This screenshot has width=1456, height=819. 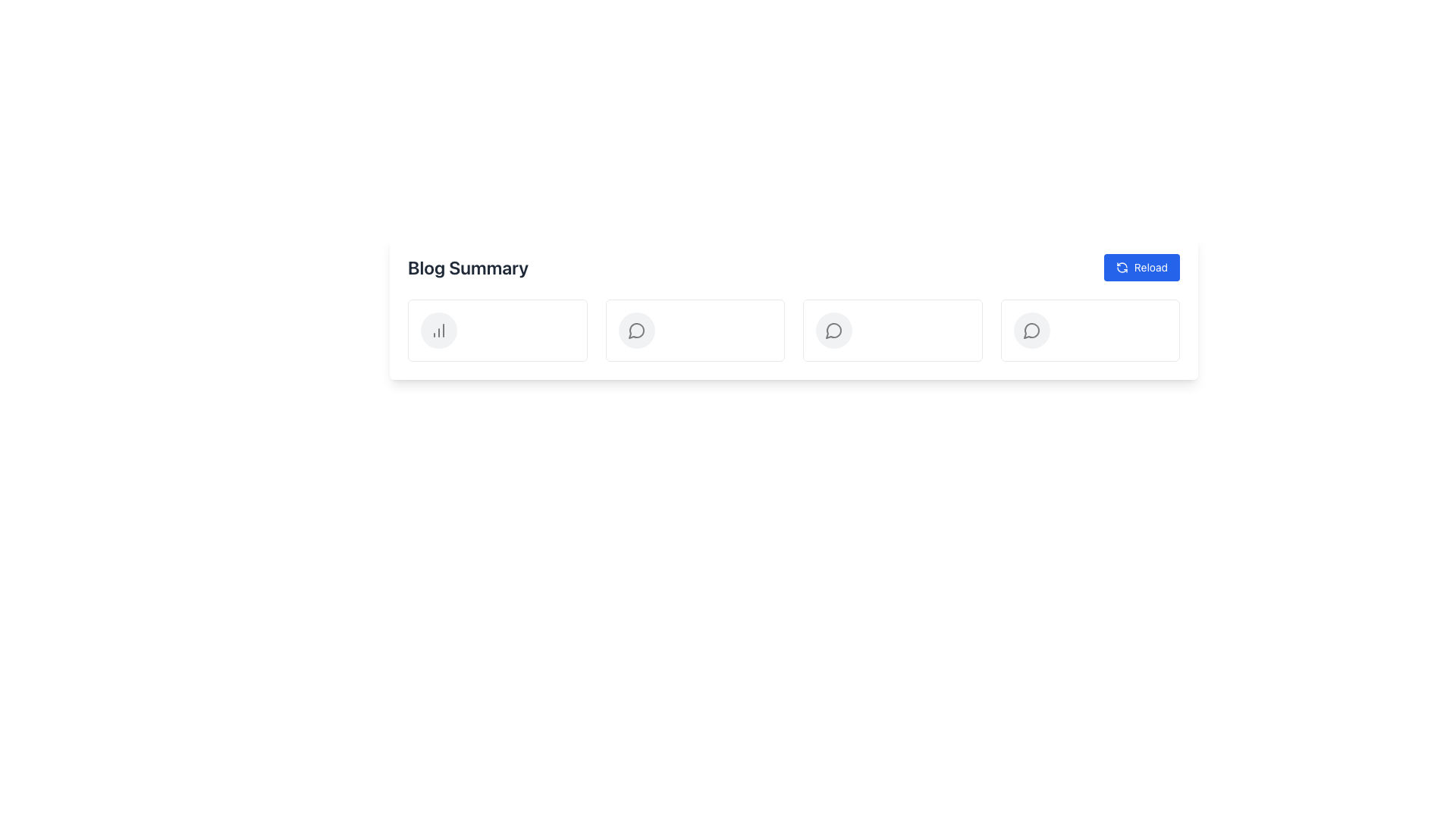 I want to click on the messaging icon located in the second box below the 'Blog Summary' header, so click(x=636, y=329).